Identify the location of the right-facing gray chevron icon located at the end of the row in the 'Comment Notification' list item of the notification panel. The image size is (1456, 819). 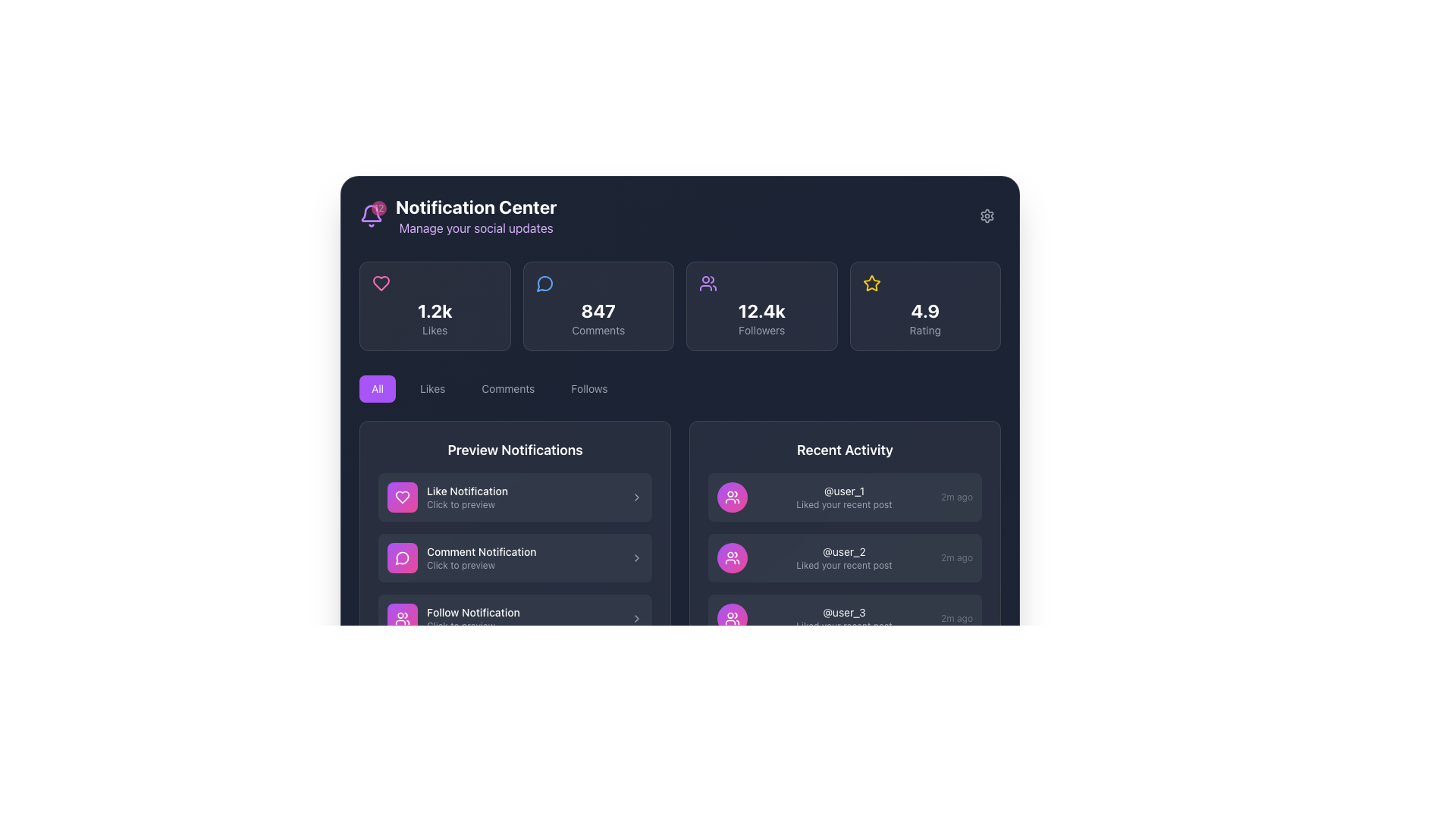
(637, 558).